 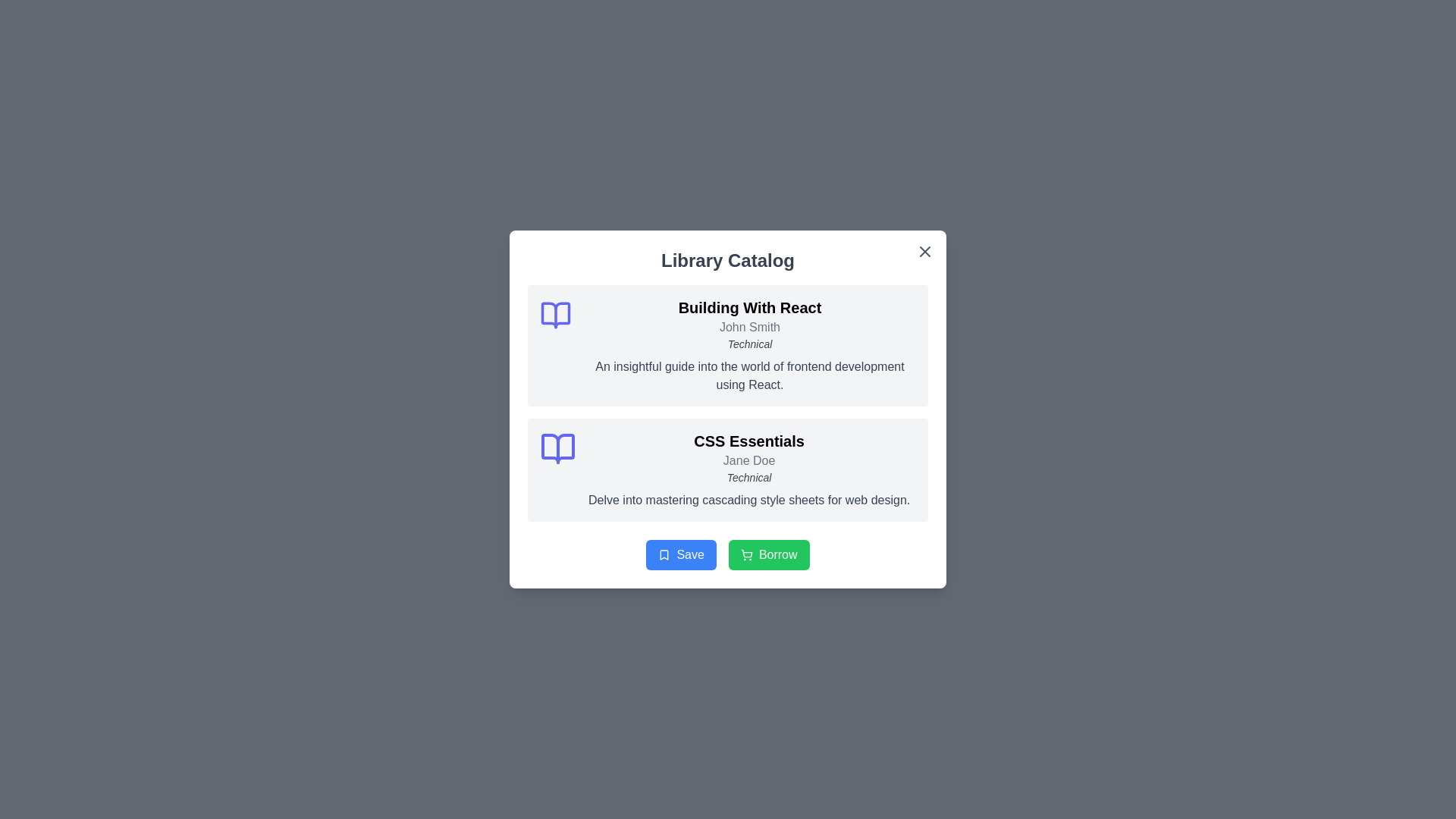 What do you see at coordinates (557, 447) in the screenshot?
I see `the graphical icon styled as an open book located in the 'Library Catalog' interface, specifically to the left of the 'CSS Essentials' book title for contextual information` at bounding box center [557, 447].